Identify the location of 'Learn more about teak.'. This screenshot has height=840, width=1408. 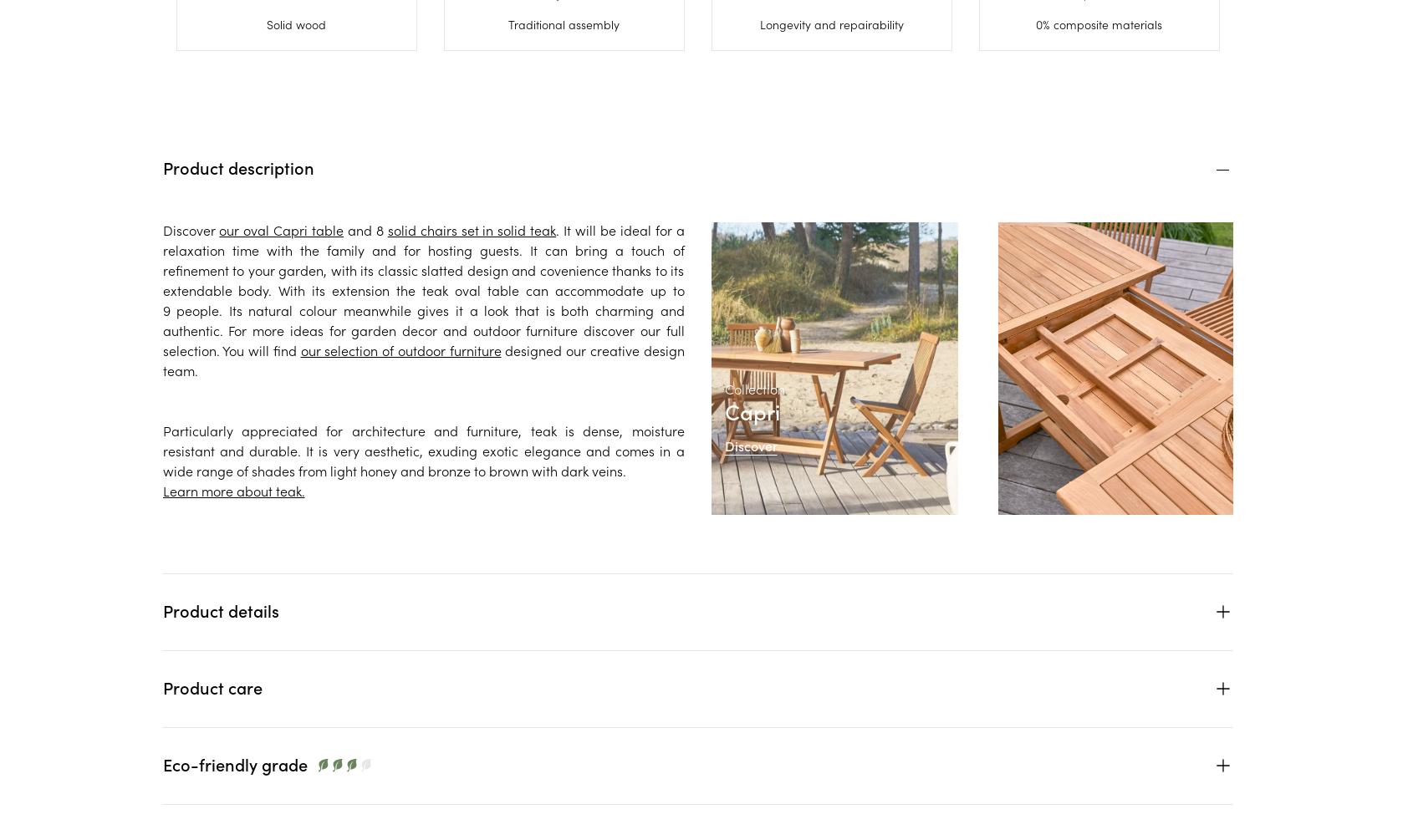
(233, 491).